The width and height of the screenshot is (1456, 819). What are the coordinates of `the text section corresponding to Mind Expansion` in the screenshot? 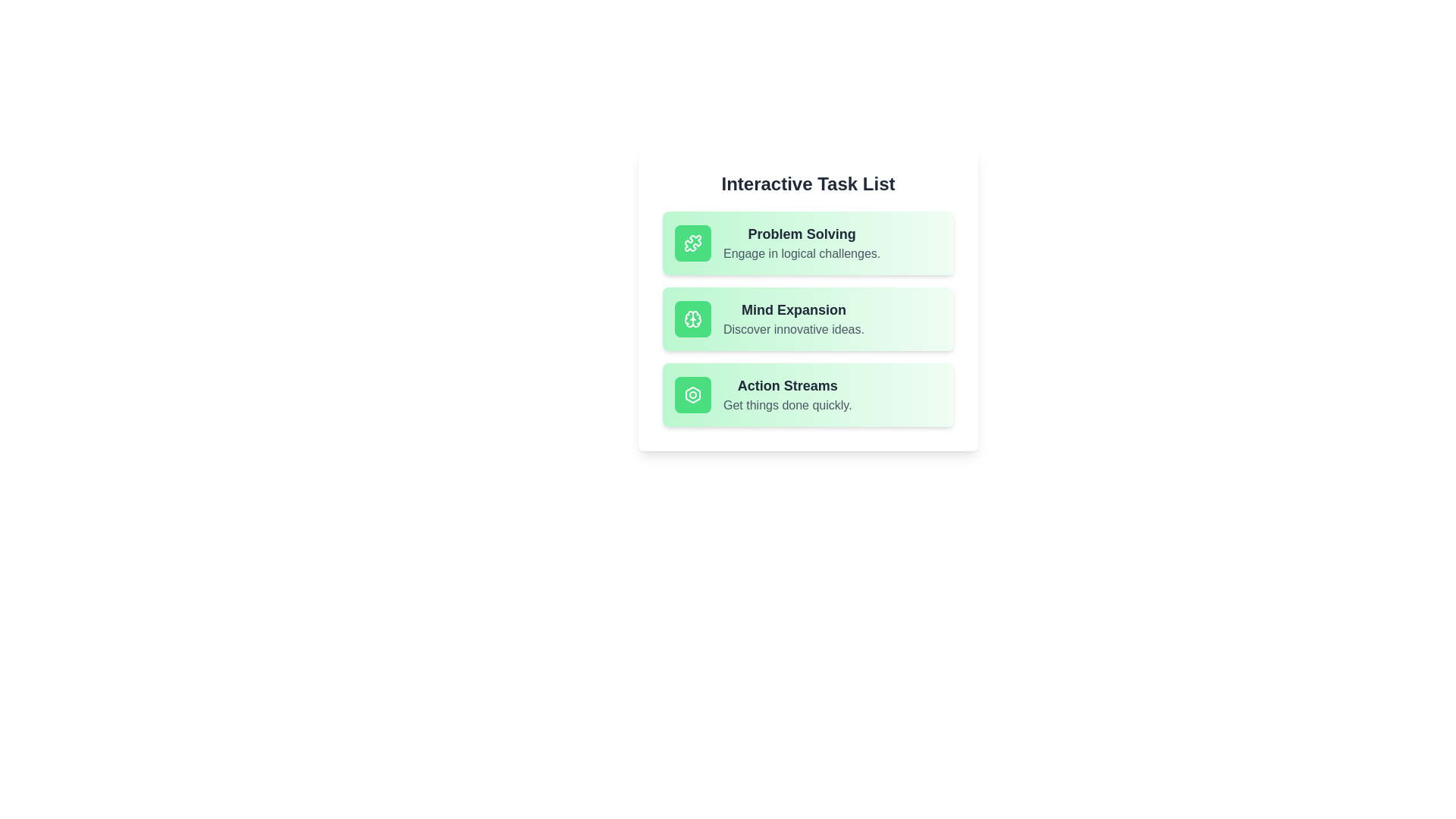 It's located at (807, 318).